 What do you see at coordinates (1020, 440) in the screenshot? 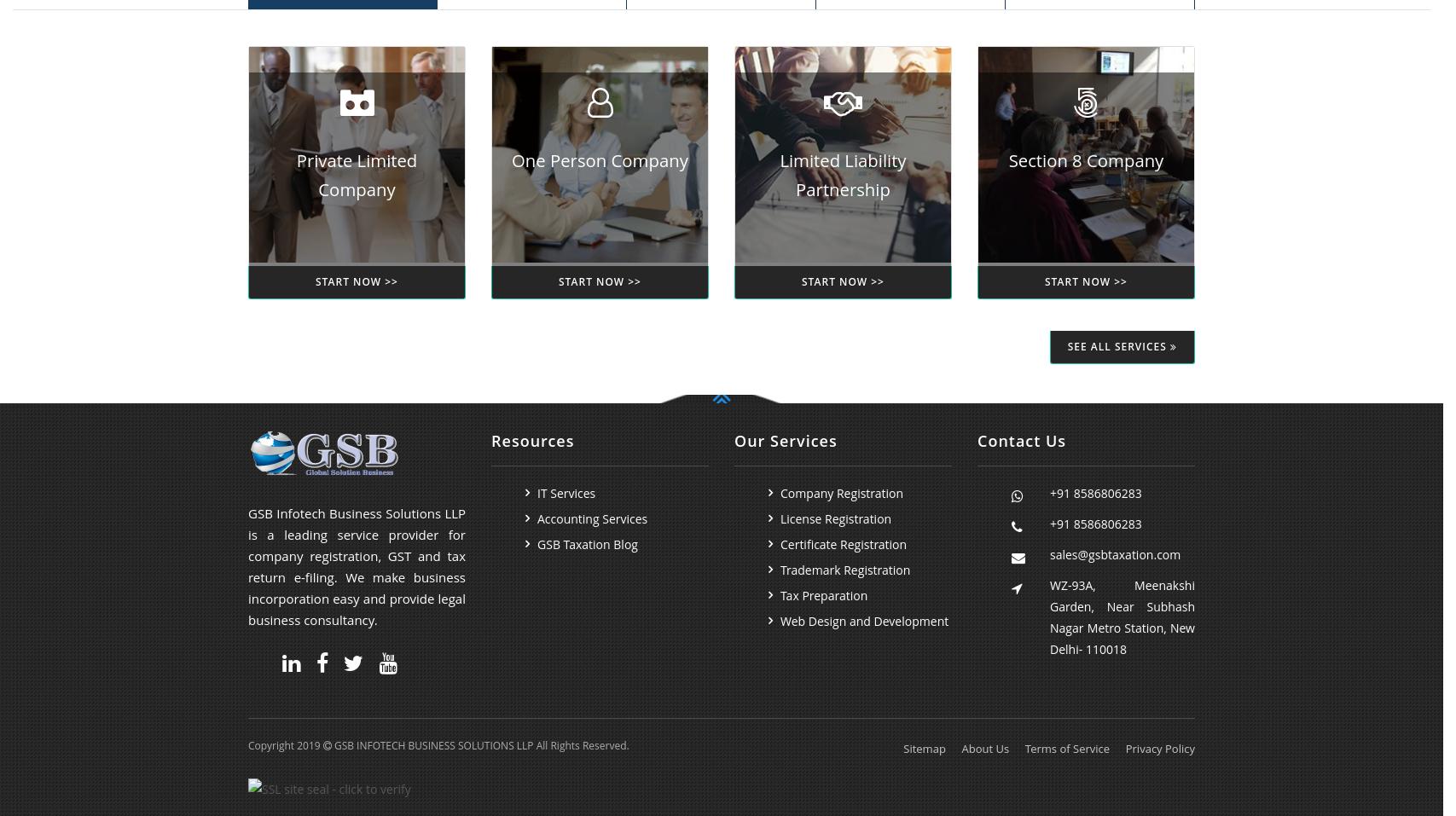
I see `'Contact Us'` at bounding box center [1020, 440].